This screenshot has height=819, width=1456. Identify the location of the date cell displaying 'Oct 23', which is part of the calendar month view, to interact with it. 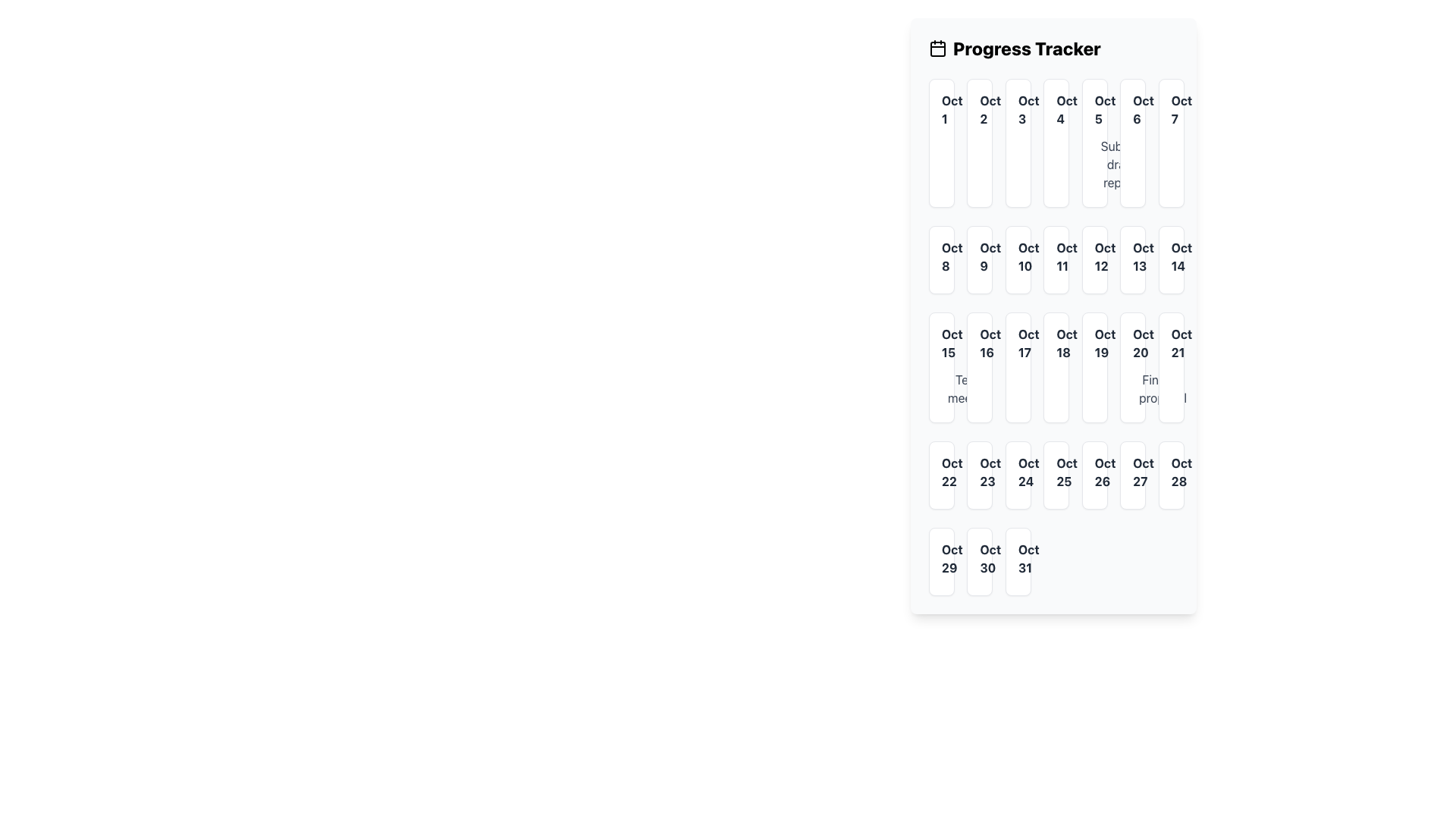
(980, 475).